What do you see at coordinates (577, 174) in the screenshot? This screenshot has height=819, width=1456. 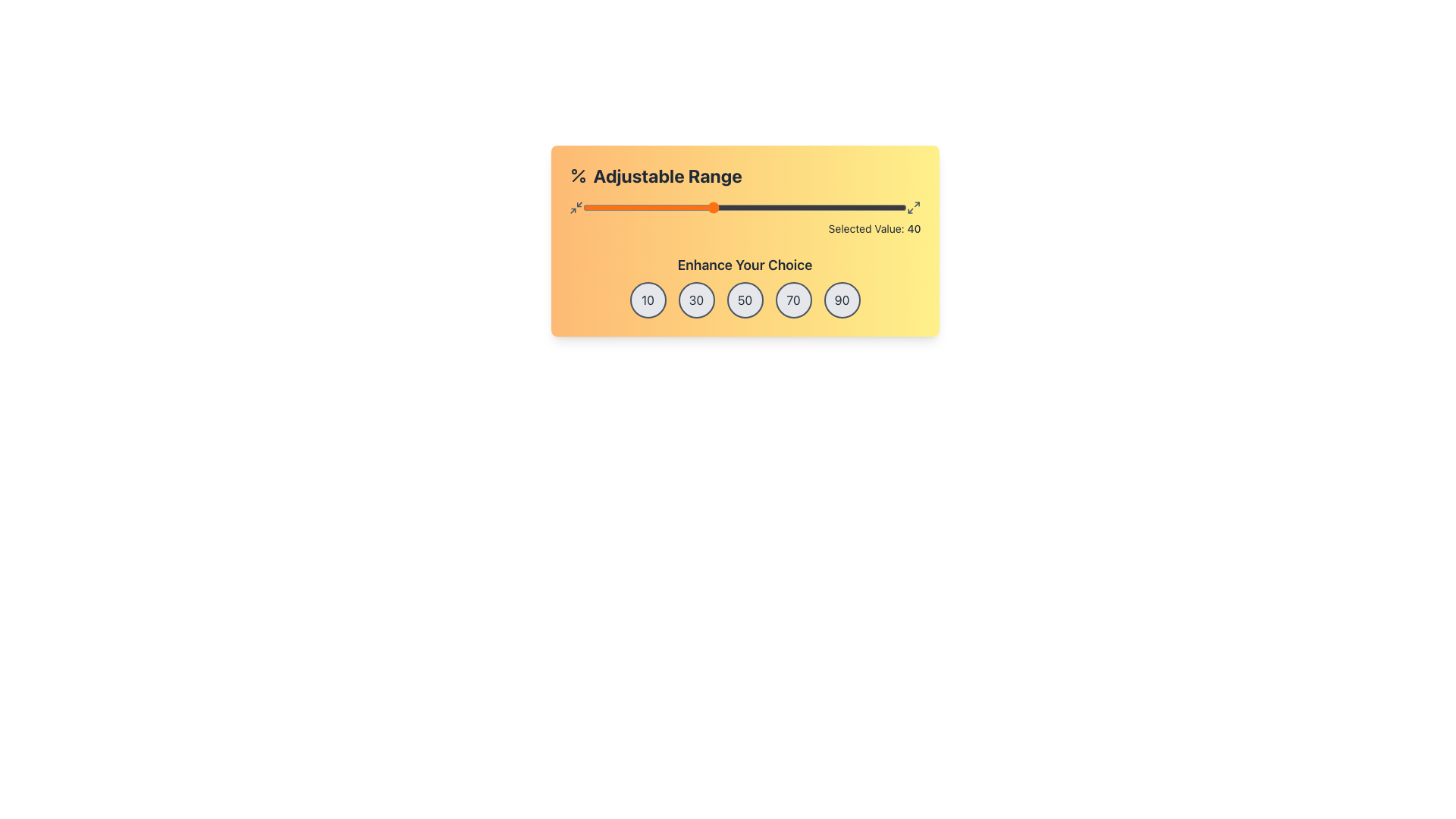 I see `the icon representing the concept of percentage, located to the left of the text 'Adjustable Range' in the header bar of the rectangular card` at bounding box center [577, 174].